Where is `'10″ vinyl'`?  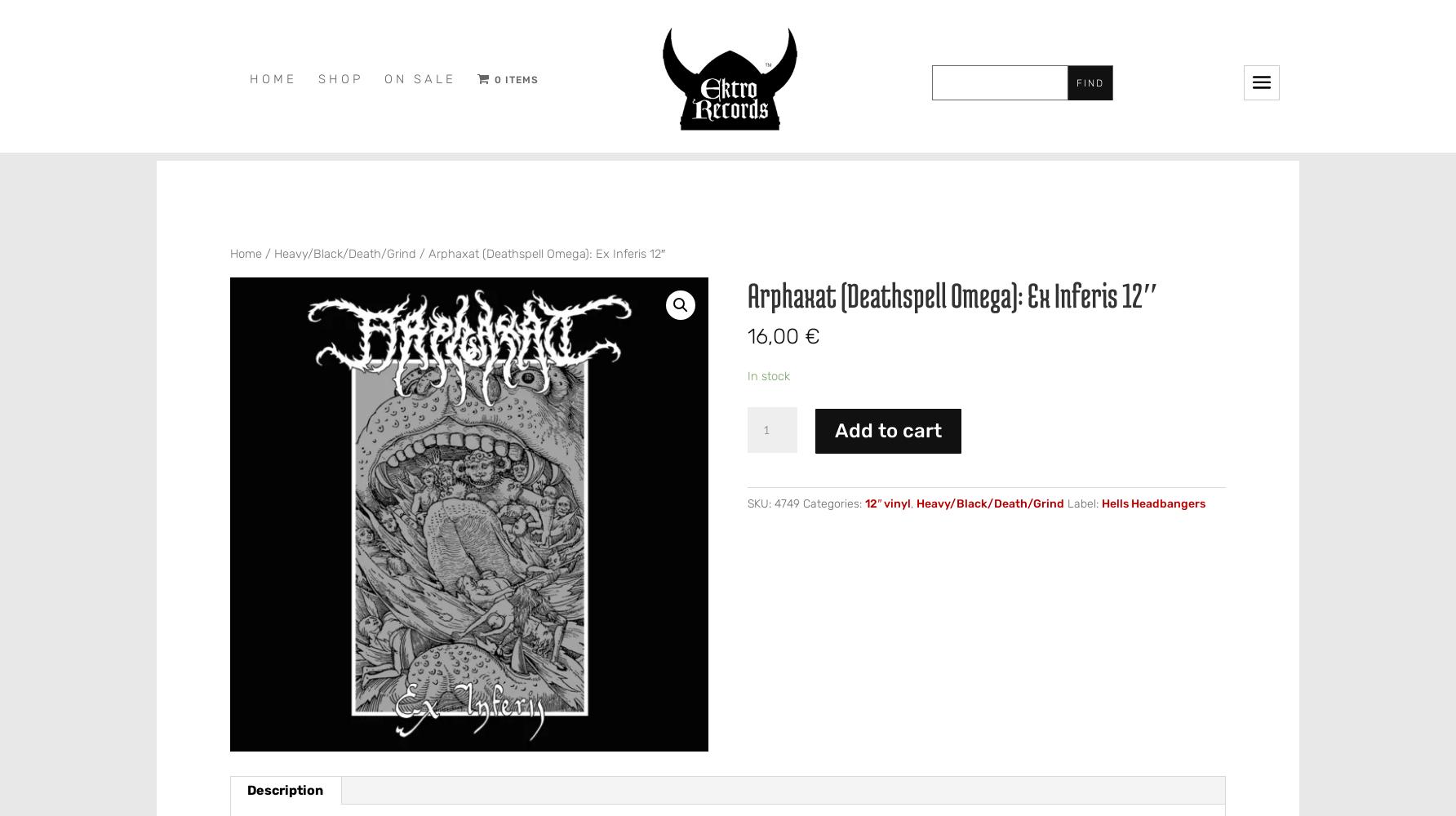 '10″ vinyl' is located at coordinates (529, 256).